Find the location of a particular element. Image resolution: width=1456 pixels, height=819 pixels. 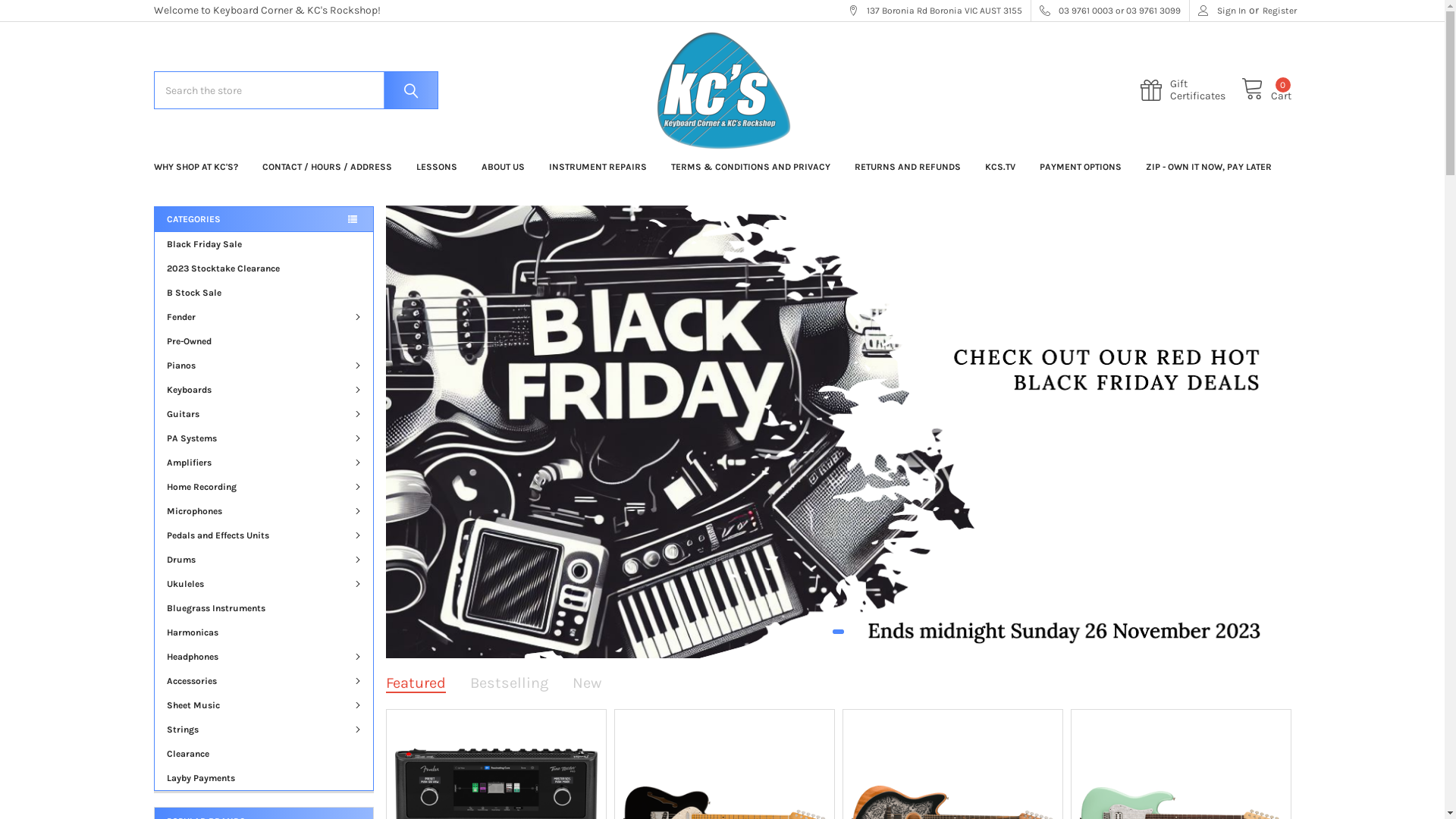

'RETURNS AND REFUNDS' is located at coordinates (906, 166).